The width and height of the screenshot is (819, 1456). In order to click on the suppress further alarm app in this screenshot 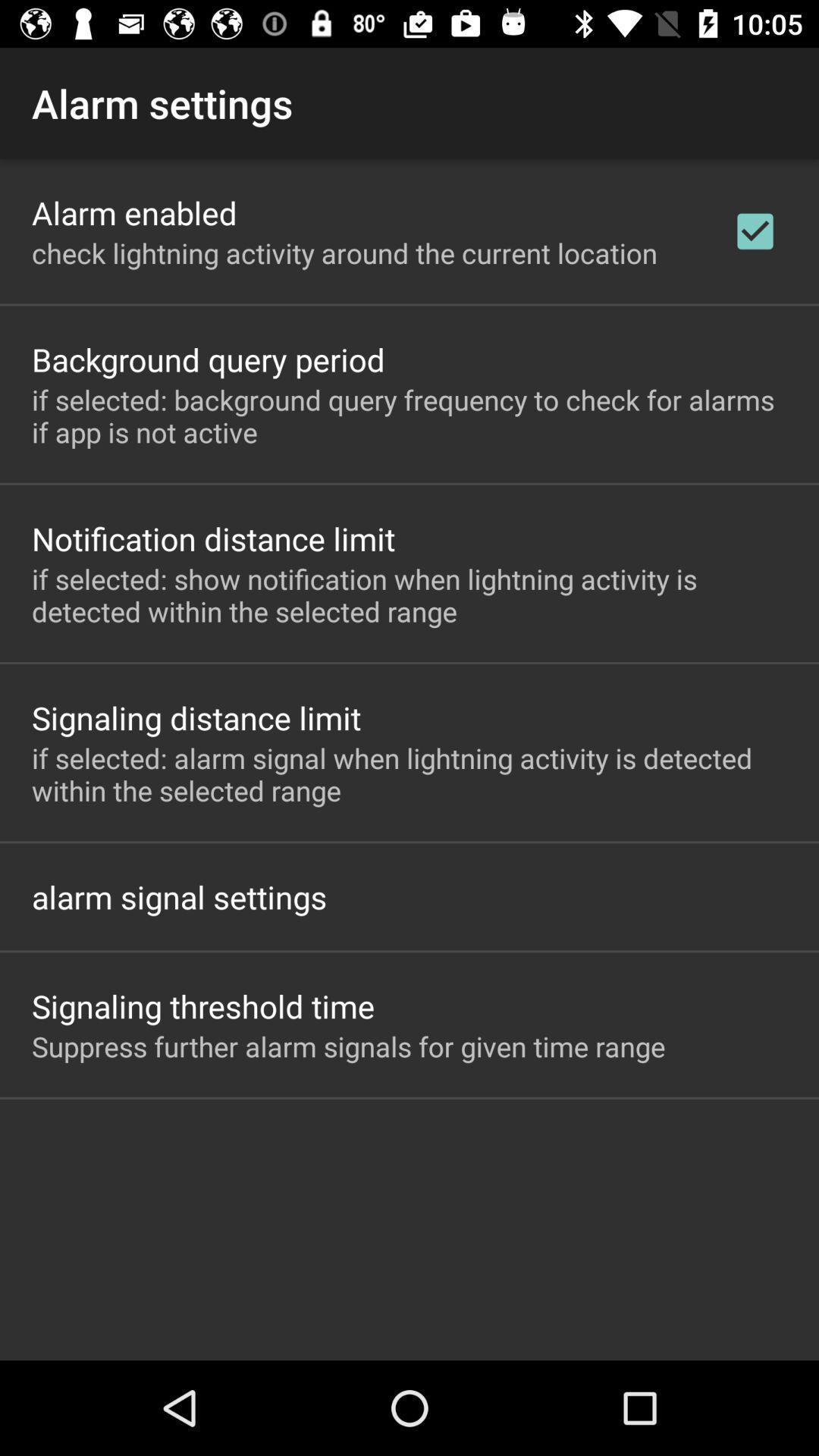, I will do `click(348, 1046)`.